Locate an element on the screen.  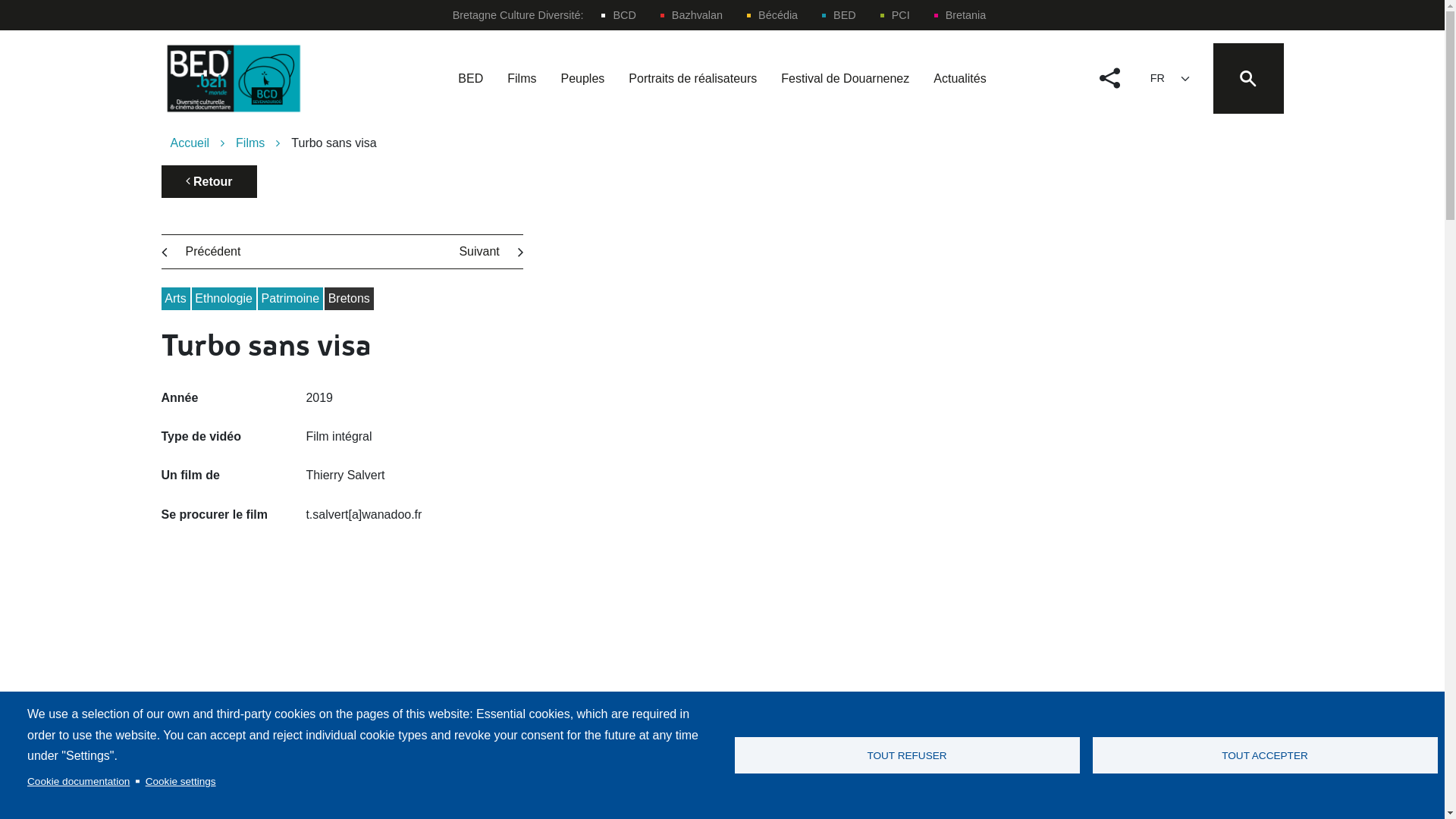
'Peuples' is located at coordinates (582, 78).